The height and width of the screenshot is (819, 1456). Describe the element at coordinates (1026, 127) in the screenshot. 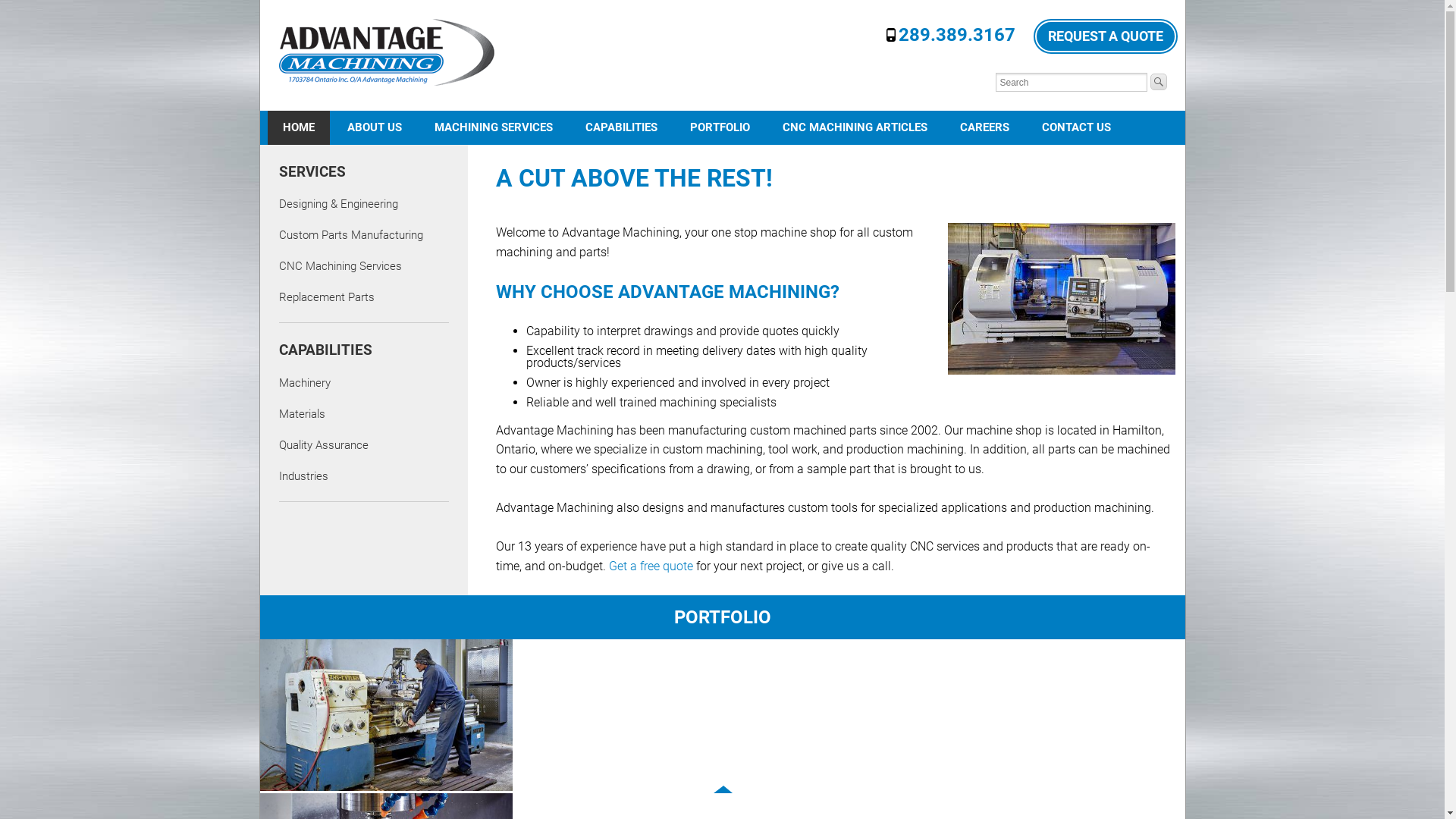

I see `'CONTACT US'` at that location.